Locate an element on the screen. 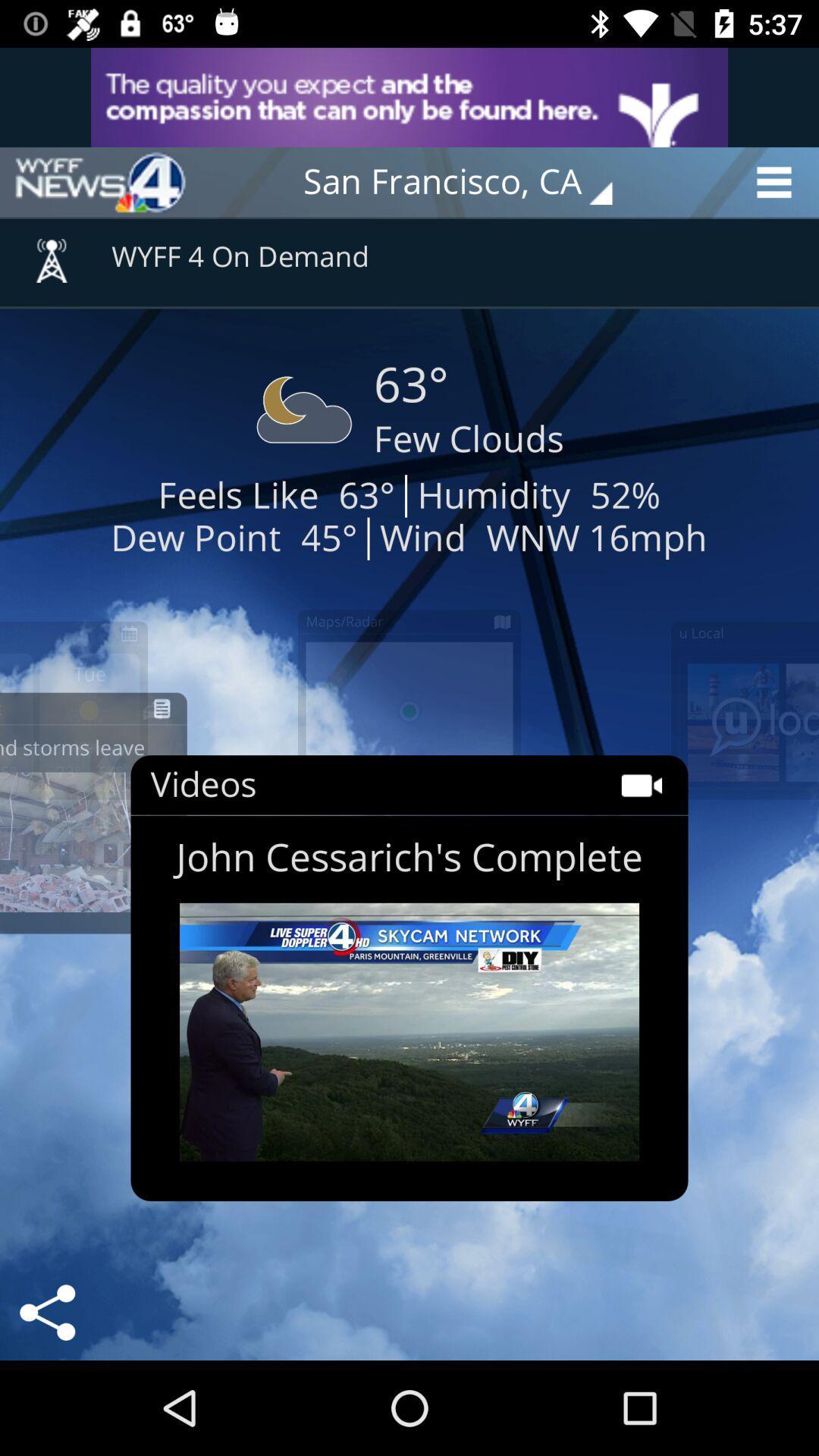 This screenshot has height=1456, width=819. the menu icon is located at coordinates (778, 182).